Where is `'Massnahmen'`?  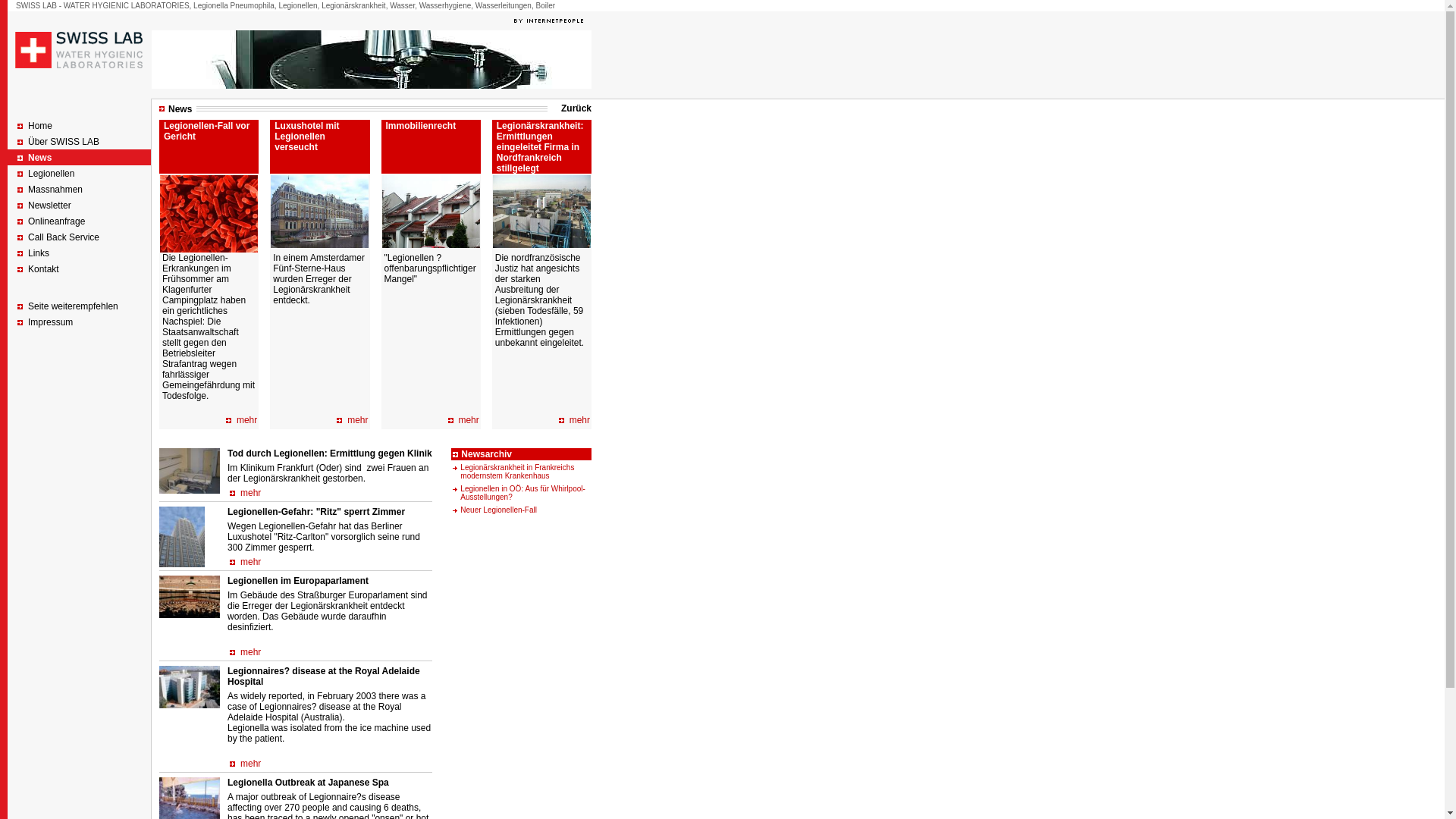
'Massnahmen' is located at coordinates (55, 189).